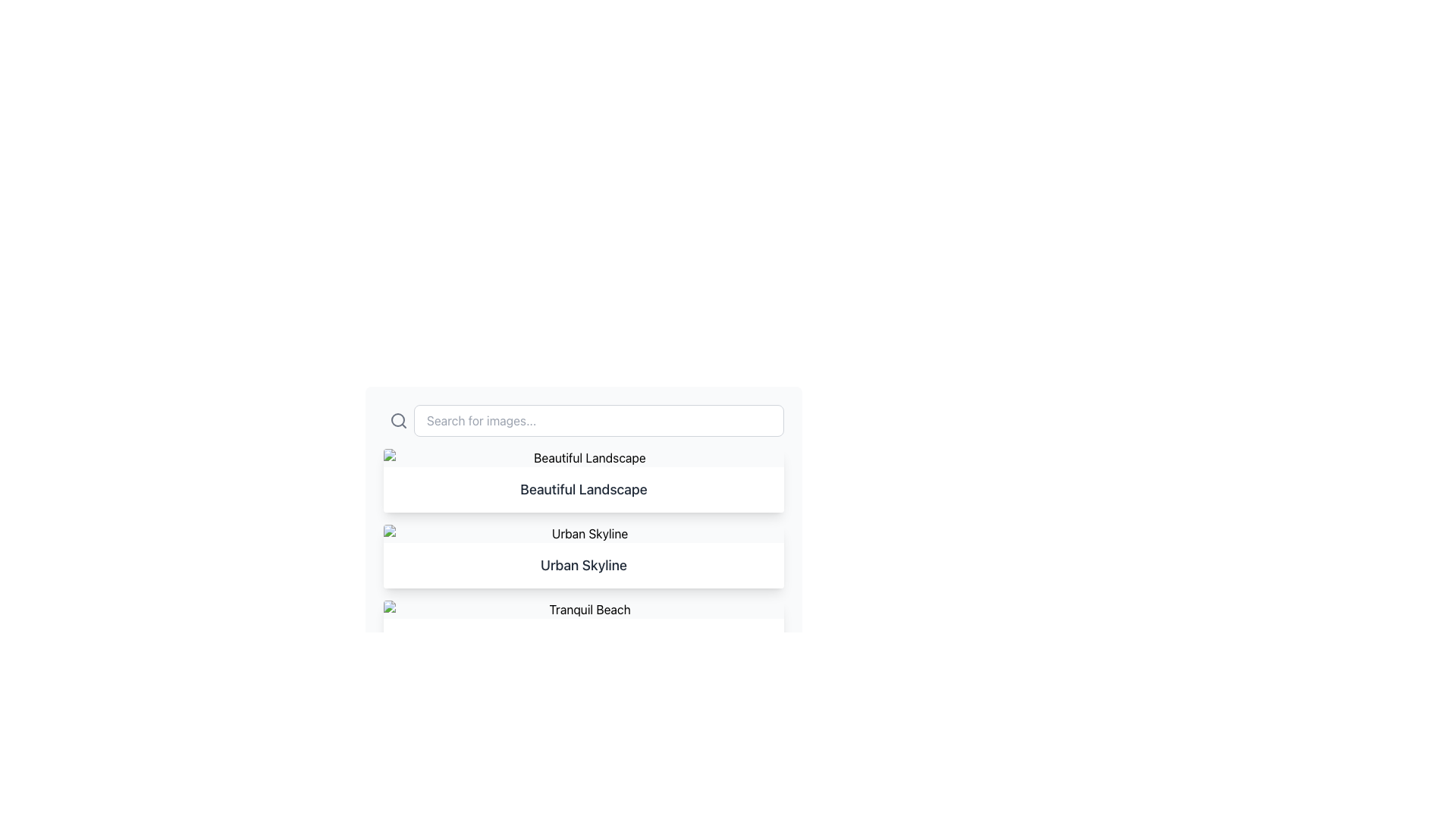 The width and height of the screenshot is (1456, 819). What do you see at coordinates (582, 565) in the screenshot?
I see `the text label that reads 'Urban Skyline', which is displayed in a dark font color on a white background, positioned below 'Beautiful Landscape'` at bounding box center [582, 565].